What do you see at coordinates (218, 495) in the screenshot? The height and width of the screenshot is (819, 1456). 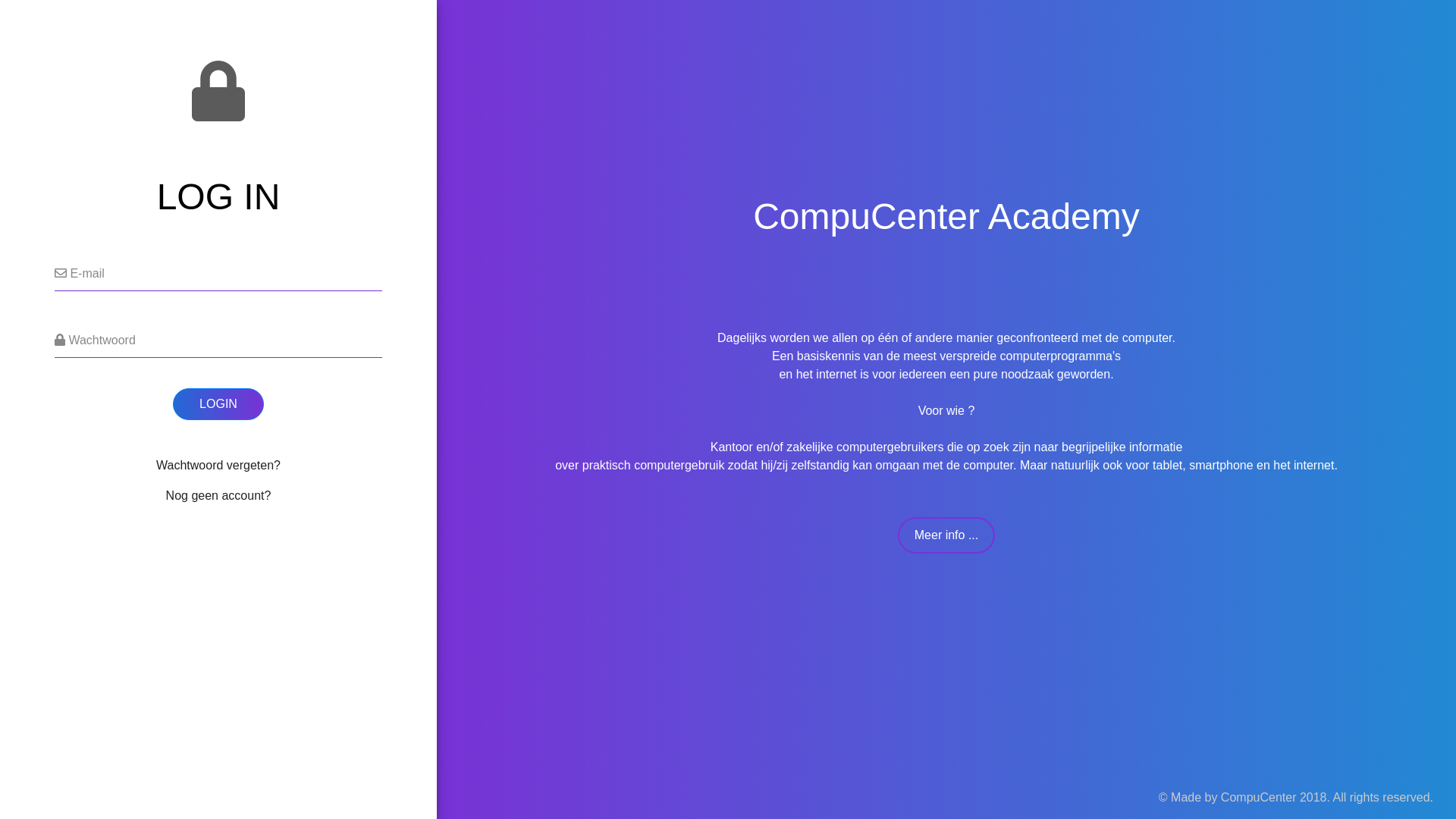 I see `'Nog geen account?'` at bounding box center [218, 495].